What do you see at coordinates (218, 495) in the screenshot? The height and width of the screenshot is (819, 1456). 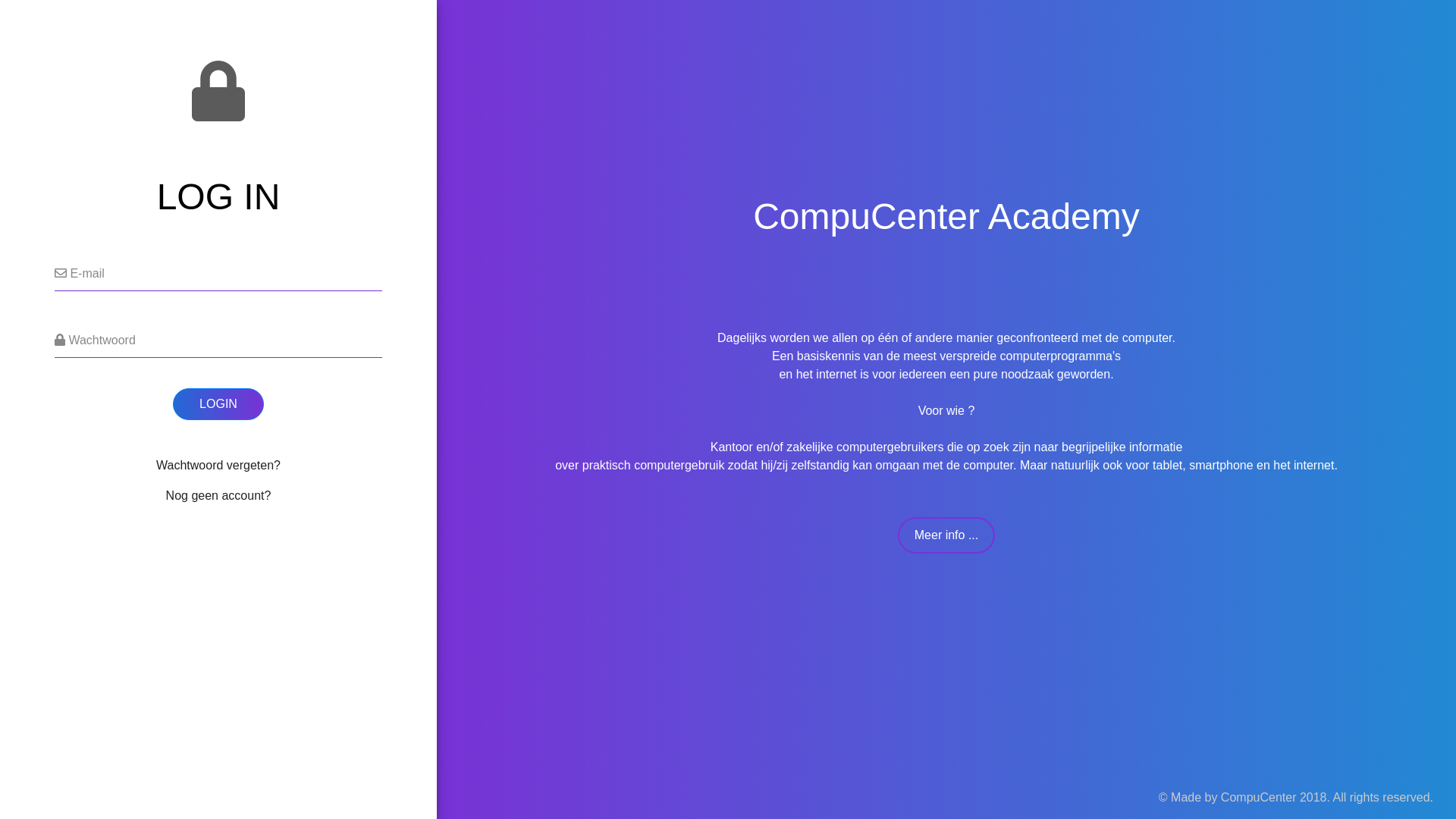 I see `'Nog geen account?'` at bounding box center [218, 495].